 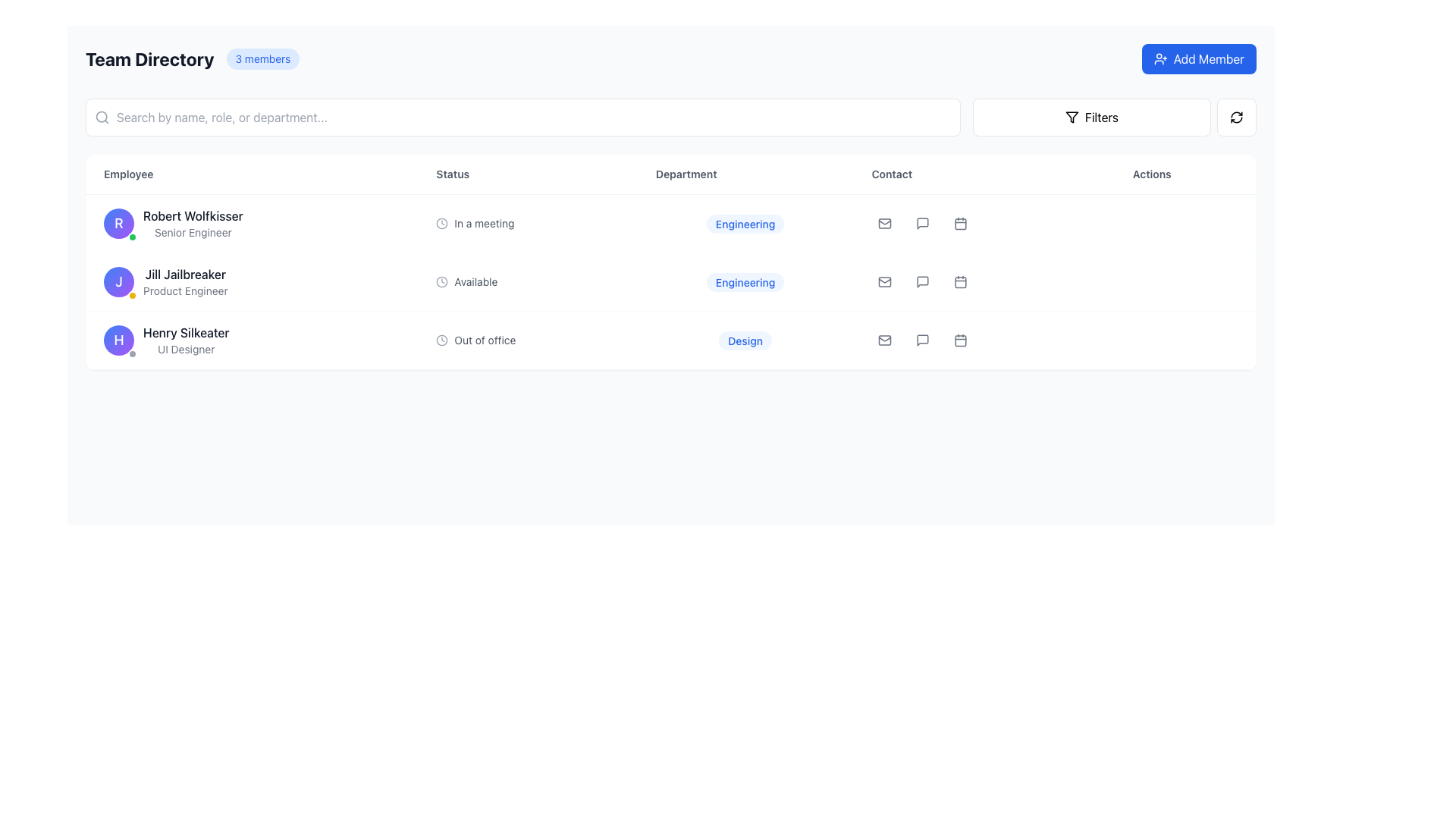 What do you see at coordinates (884, 281) in the screenshot?
I see `the envelope-like icon representing email functionality located in the 'Contact' column of the table, specifically in the second row for 'Jill Jailbreaker'` at bounding box center [884, 281].